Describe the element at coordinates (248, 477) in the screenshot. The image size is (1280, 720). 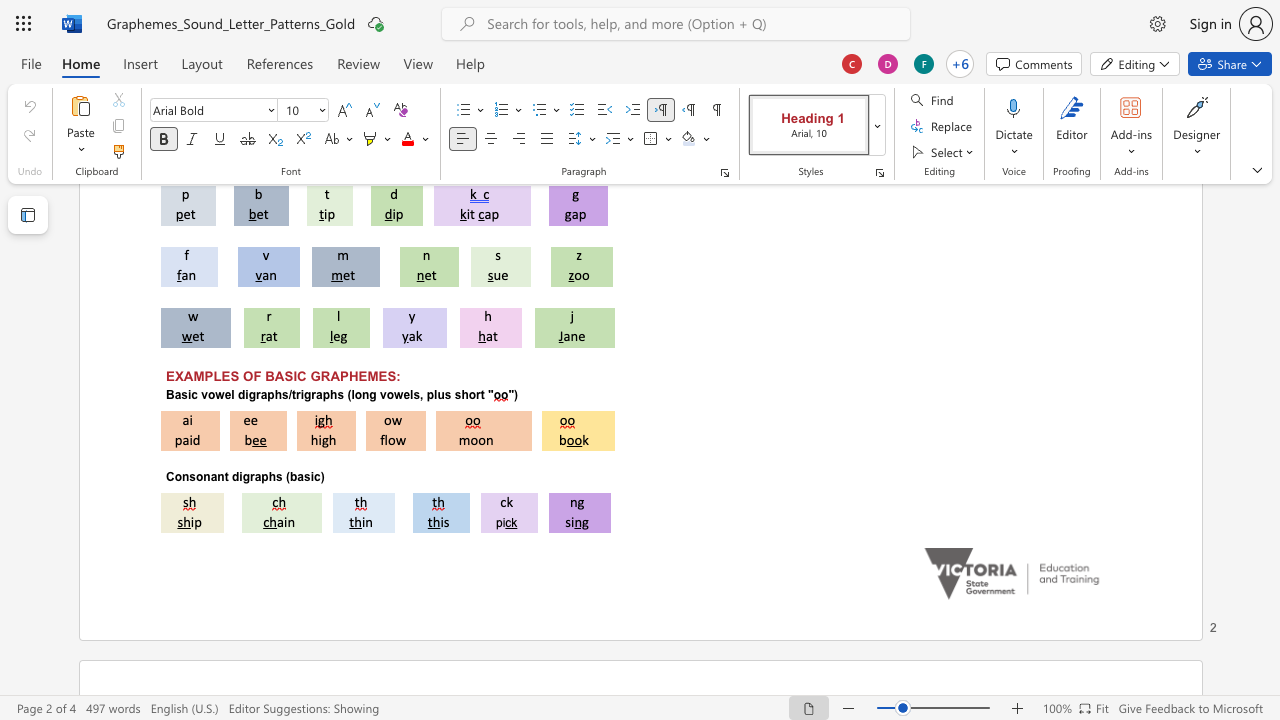
I see `the space between the continuous character "g" and "r" in the text` at that location.